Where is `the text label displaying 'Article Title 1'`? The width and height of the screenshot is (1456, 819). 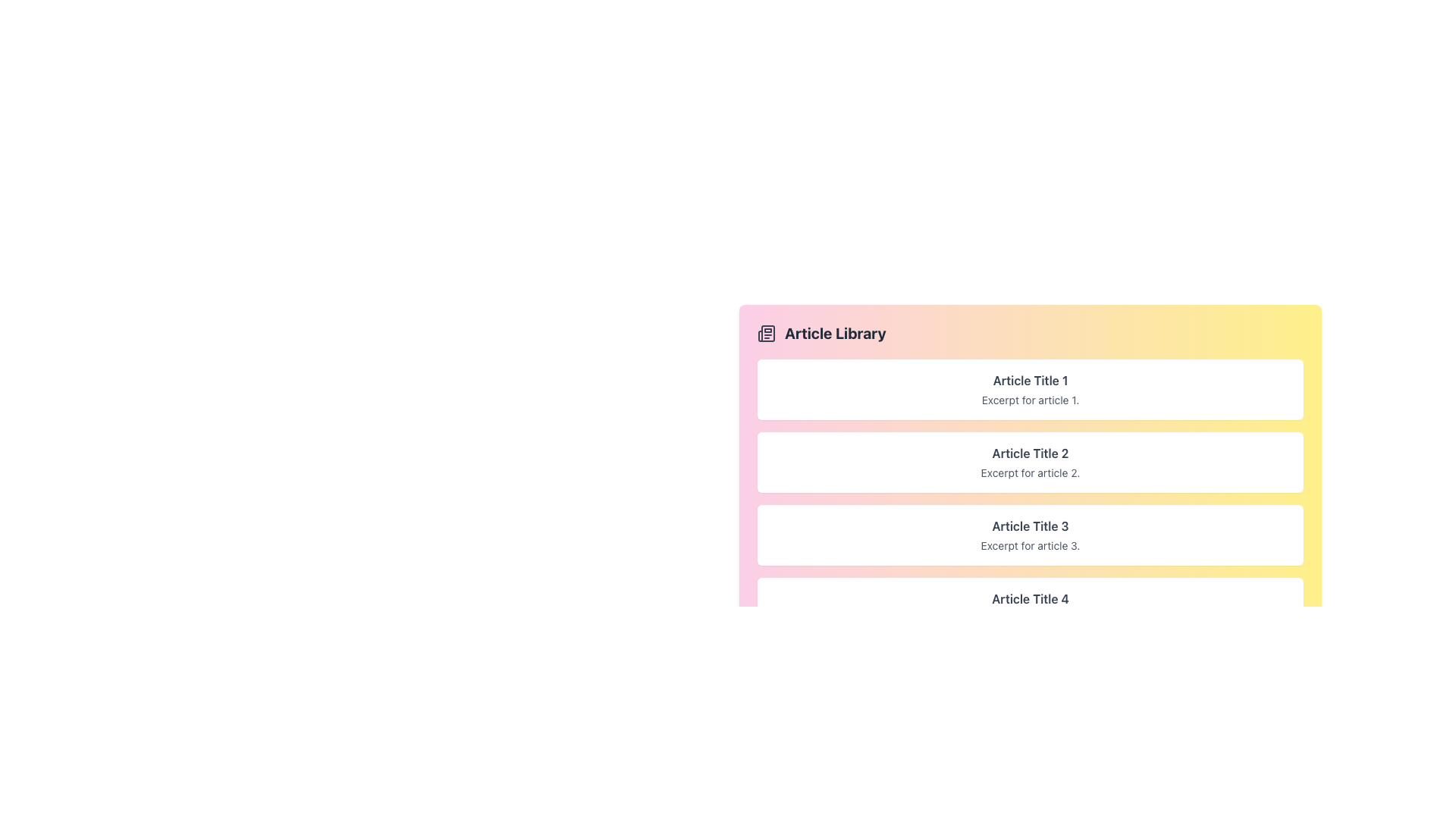
the text label displaying 'Article Title 1' is located at coordinates (1030, 379).